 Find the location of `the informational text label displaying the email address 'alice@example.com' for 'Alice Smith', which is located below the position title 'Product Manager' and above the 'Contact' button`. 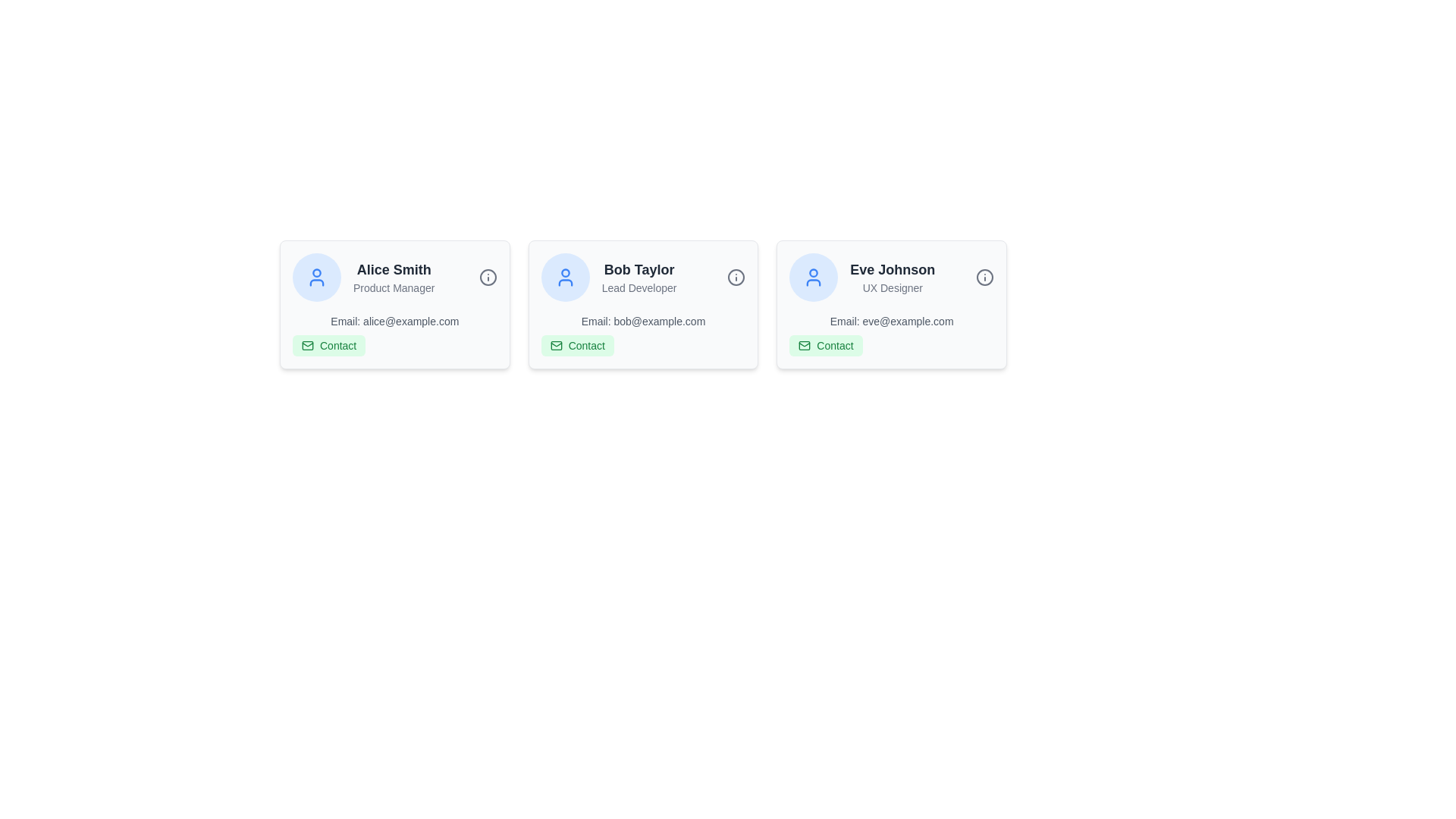

the informational text label displaying the email address 'alice@example.com' for 'Alice Smith', which is located below the position title 'Product Manager' and above the 'Contact' button is located at coordinates (394, 321).